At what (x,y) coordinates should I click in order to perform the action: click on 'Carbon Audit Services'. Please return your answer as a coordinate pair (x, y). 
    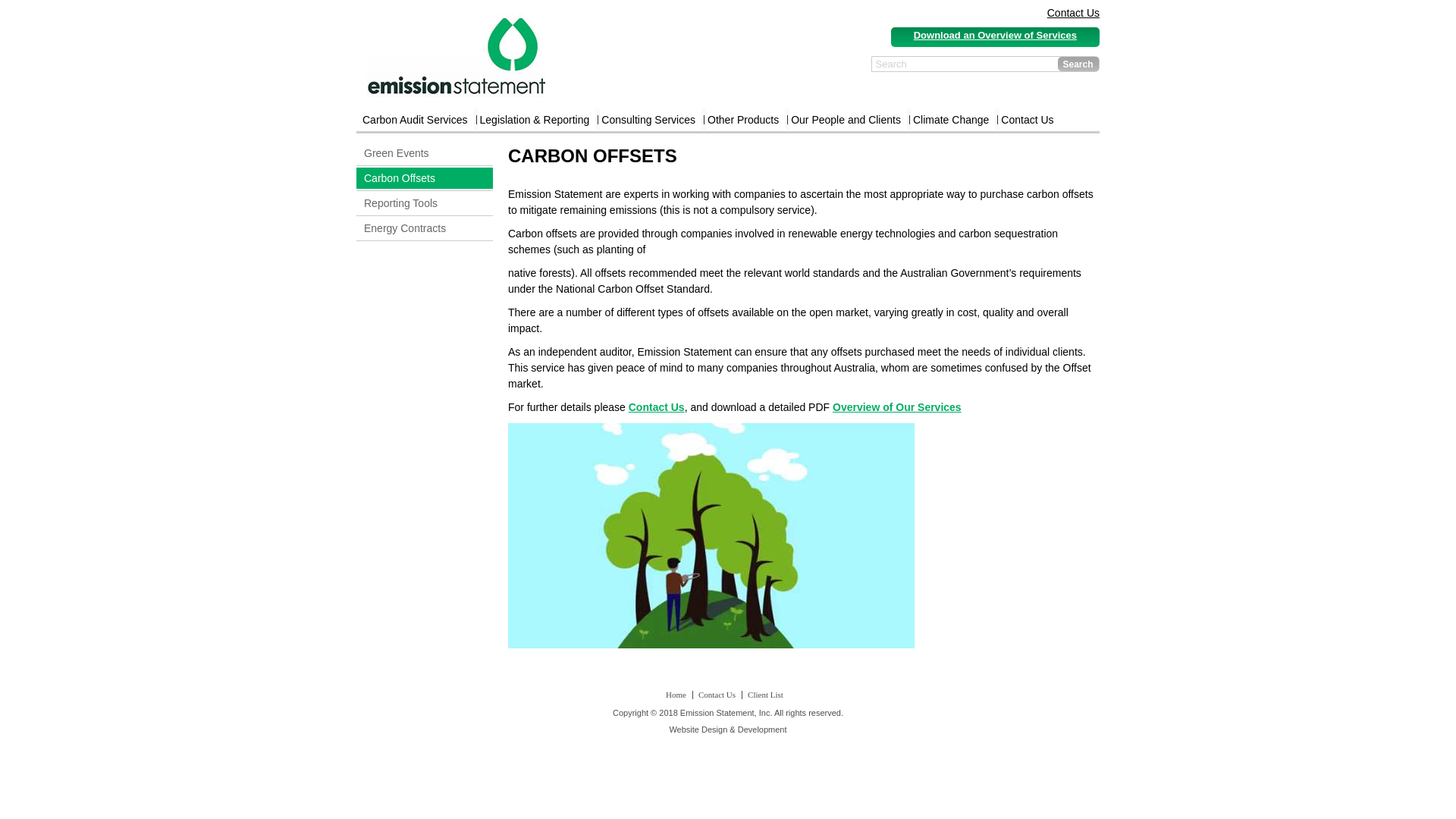
    Looking at the image, I should click on (415, 119).